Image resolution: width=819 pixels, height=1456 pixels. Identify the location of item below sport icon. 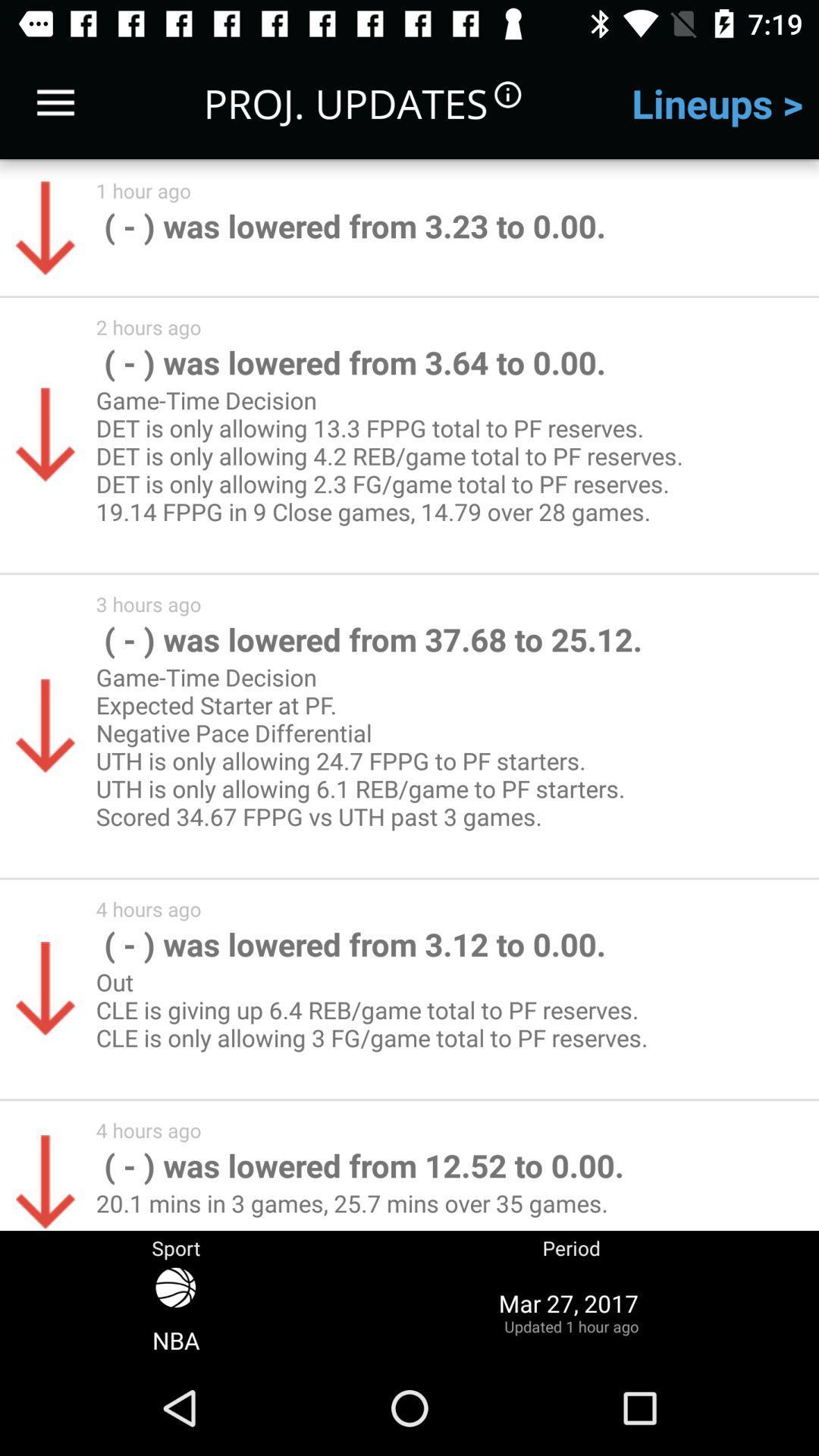
(571, 1311).